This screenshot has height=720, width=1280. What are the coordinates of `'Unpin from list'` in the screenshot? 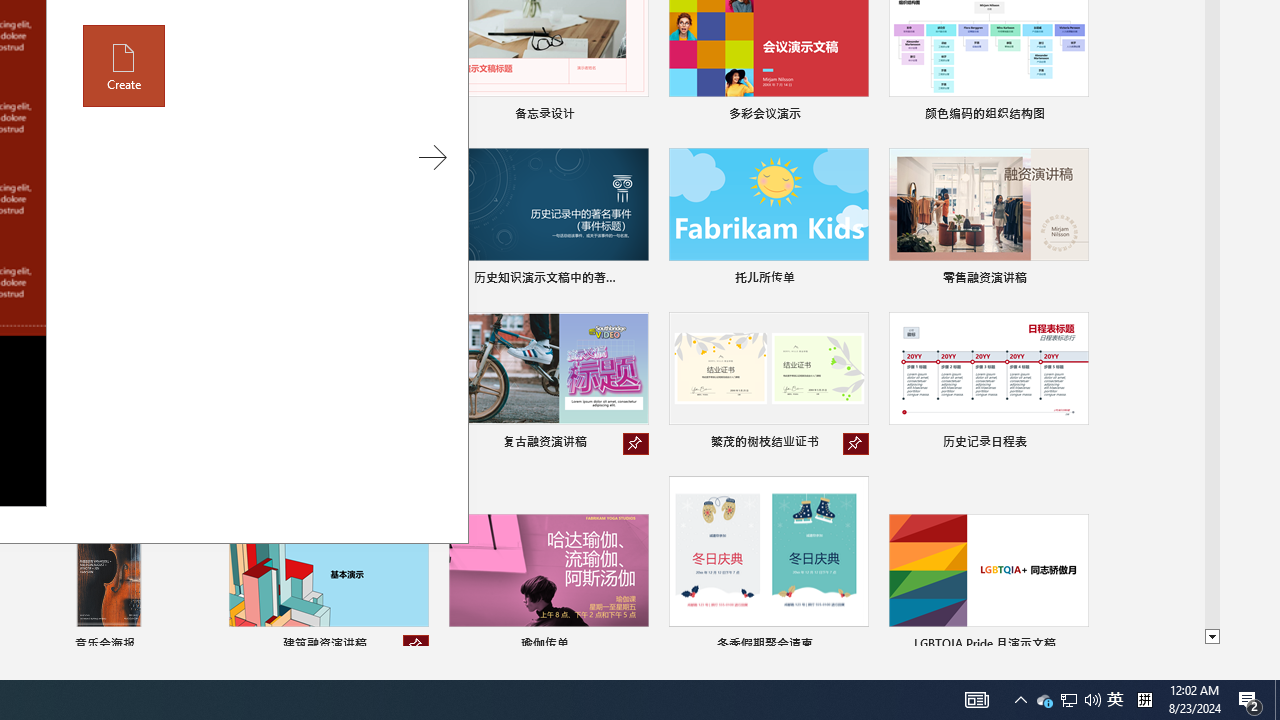 It's located at (415, 645).